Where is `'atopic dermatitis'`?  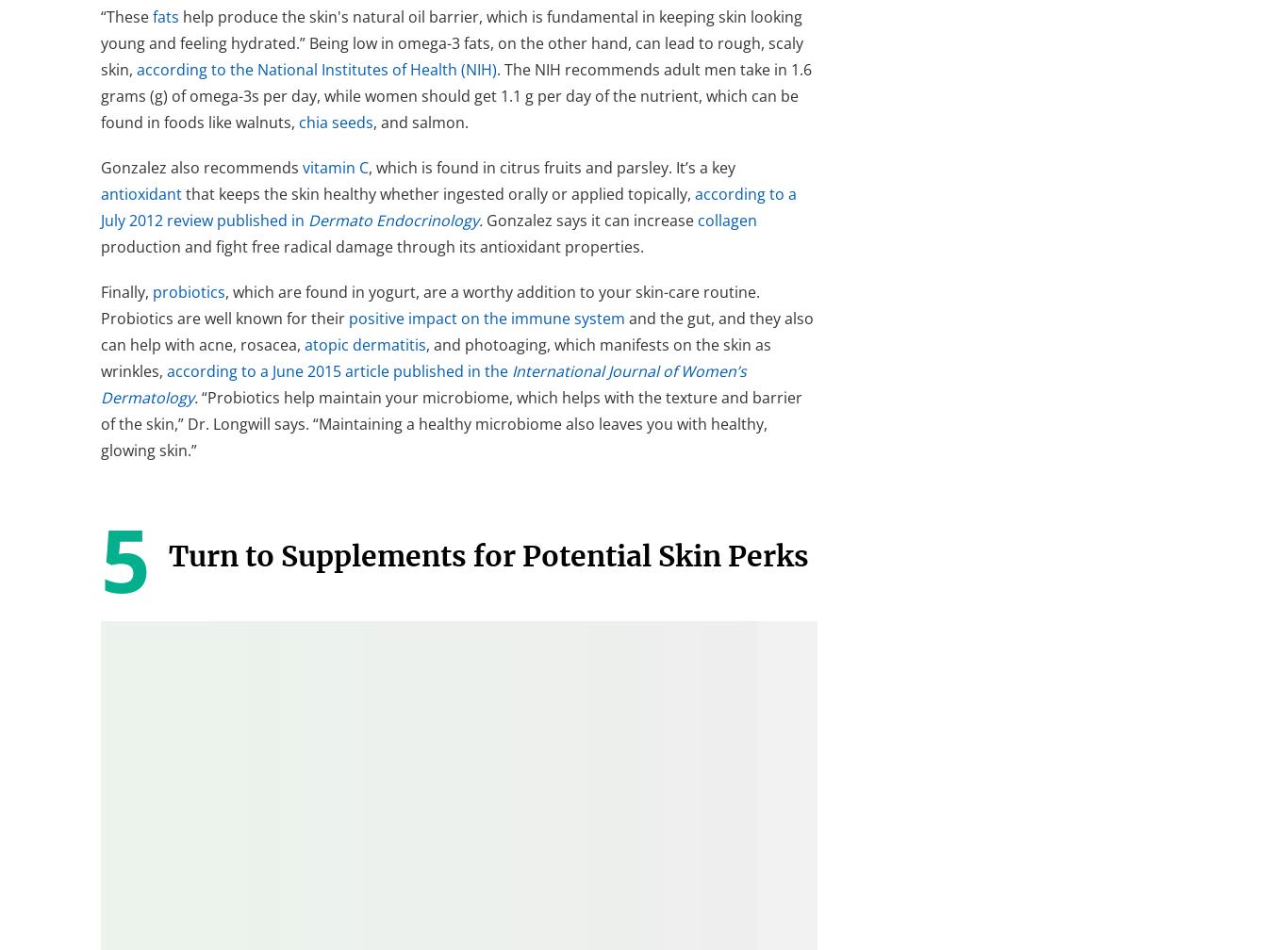
'atopic dermatitis' is located at coordinates (364, 343).